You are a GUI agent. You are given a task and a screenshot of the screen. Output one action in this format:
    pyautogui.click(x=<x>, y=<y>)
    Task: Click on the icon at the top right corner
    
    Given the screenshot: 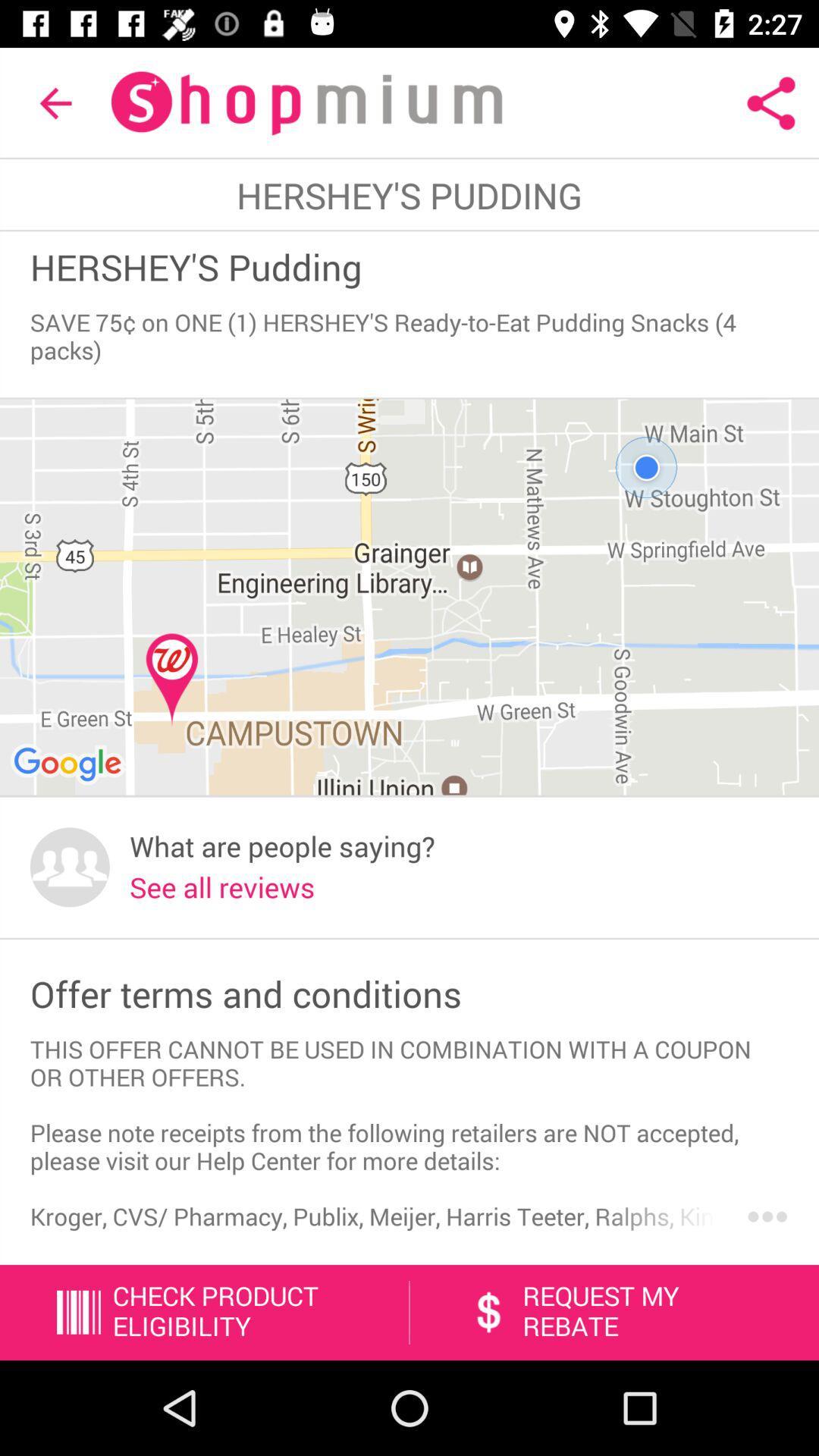 What is the action you would take?
    pyautogui.click(x=771, y=102)
    